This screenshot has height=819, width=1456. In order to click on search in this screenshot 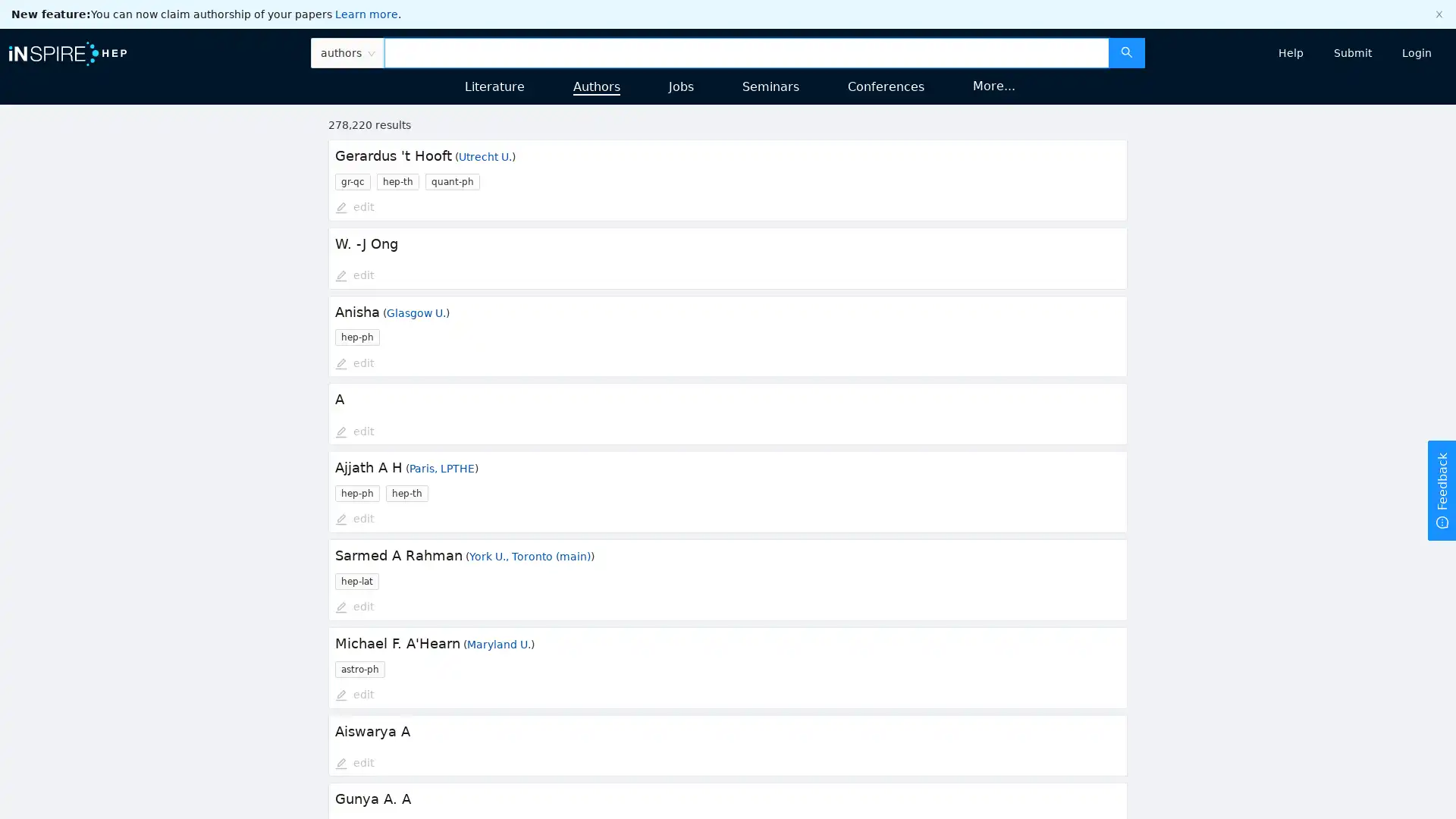, I will do `click(1125, 52)`.